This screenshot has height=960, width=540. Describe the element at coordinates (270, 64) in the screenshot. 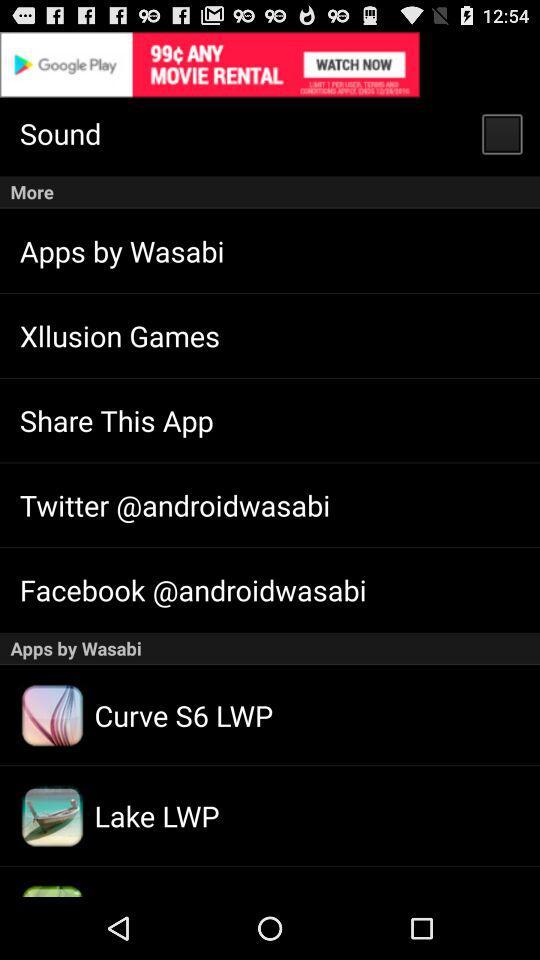

I see `google play` at that location.